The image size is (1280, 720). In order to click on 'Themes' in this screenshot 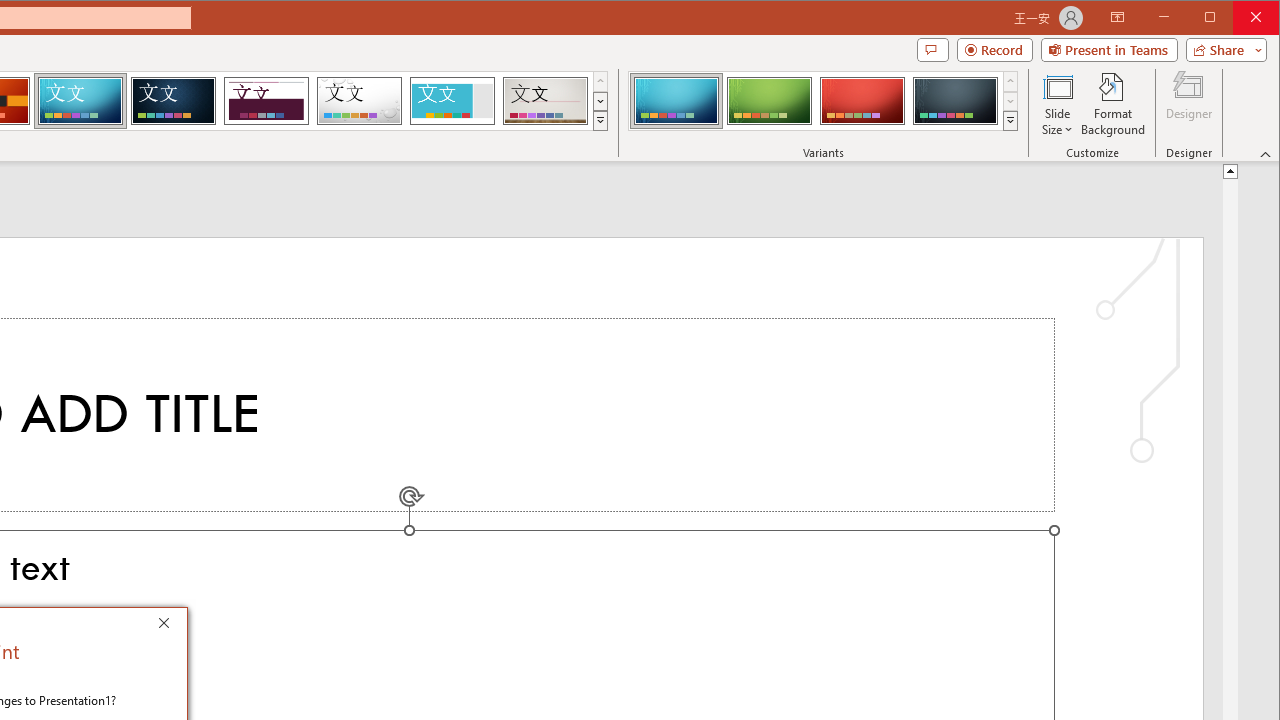, I will do `click(599, 120)`.